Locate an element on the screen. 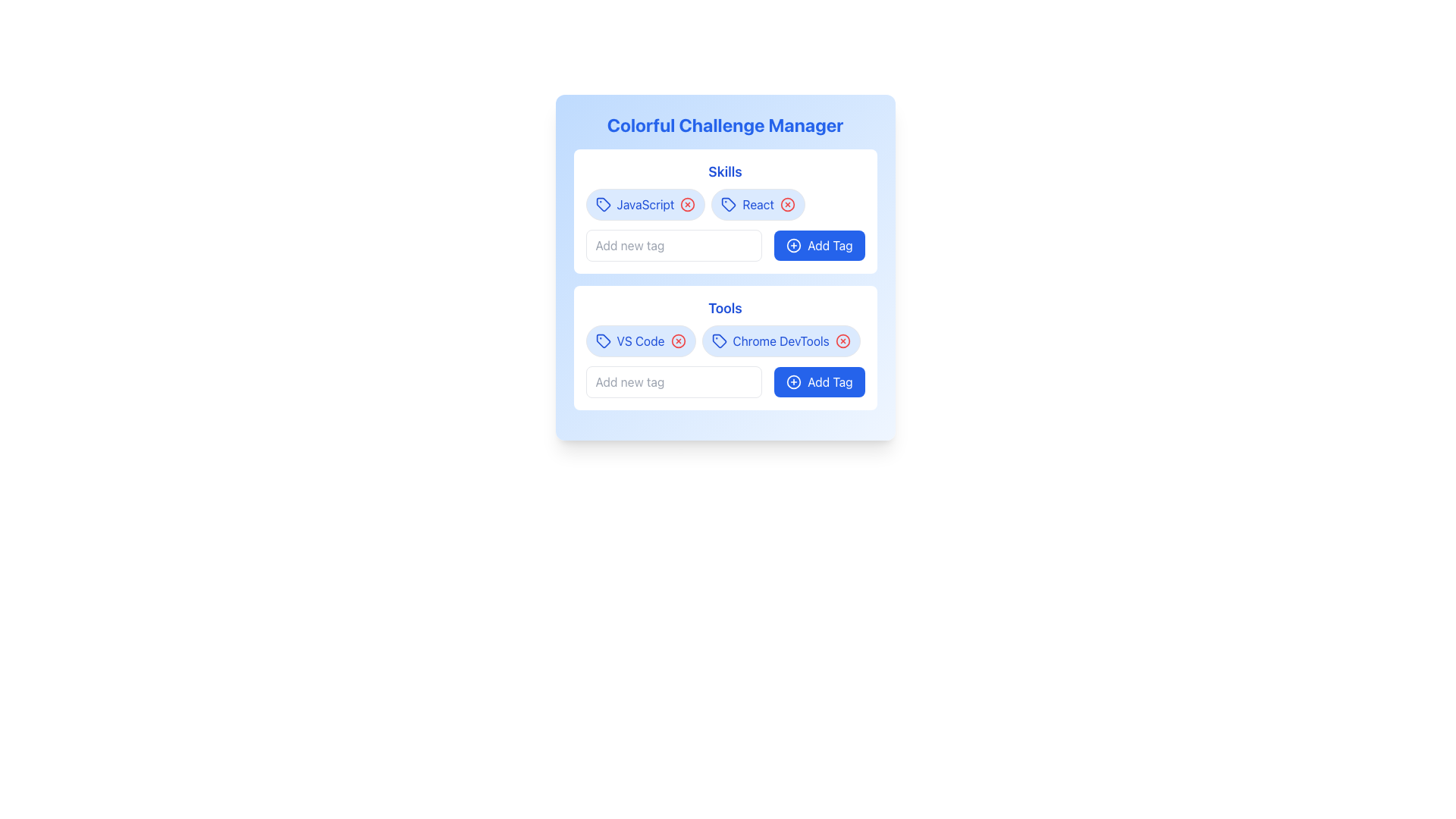 The height and width of the screenshot is (819, 1456). the 'React' tag is located at coordinates (758, 205).